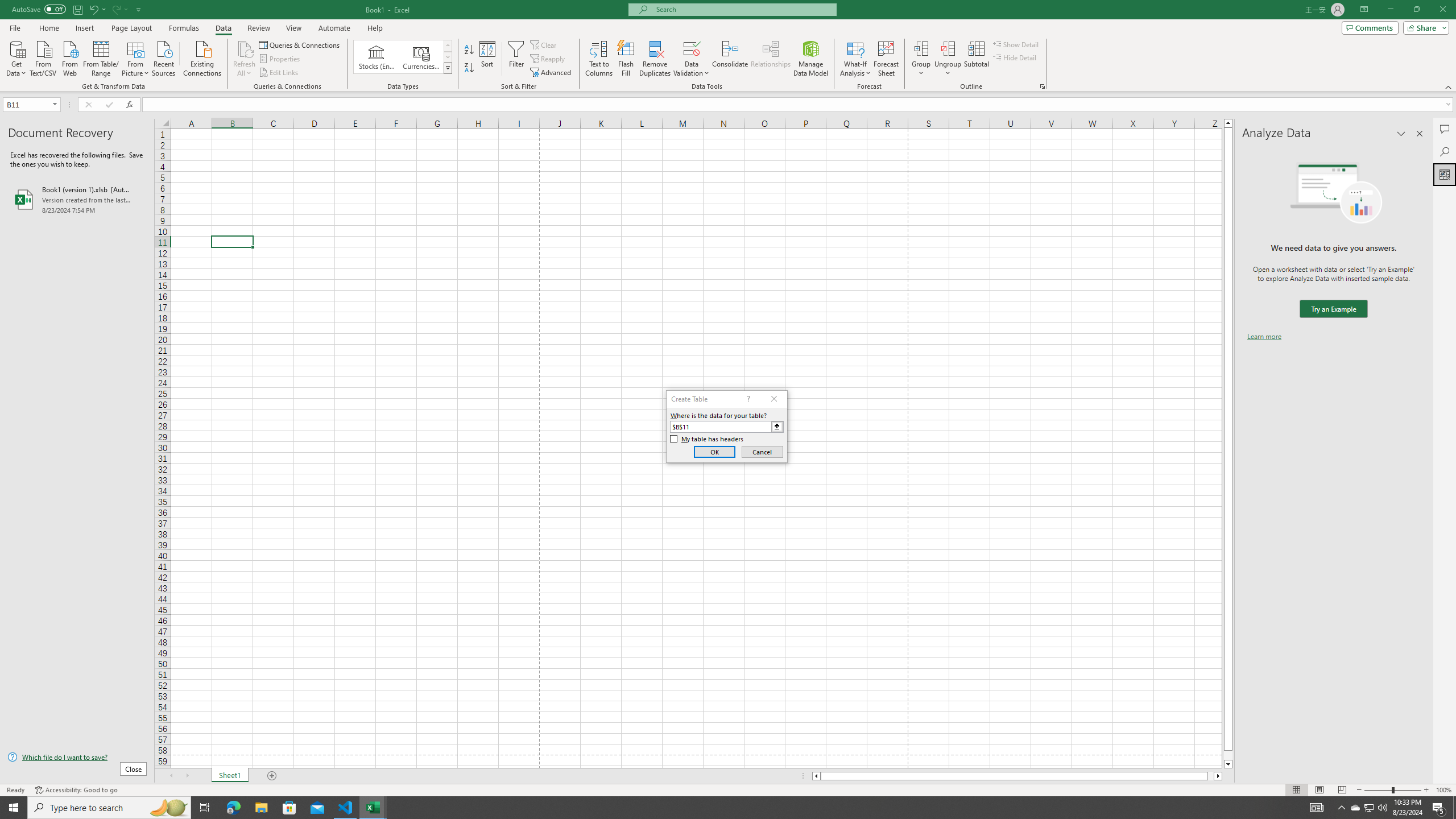  I want to click on 'Data Types', so click(448, 67).